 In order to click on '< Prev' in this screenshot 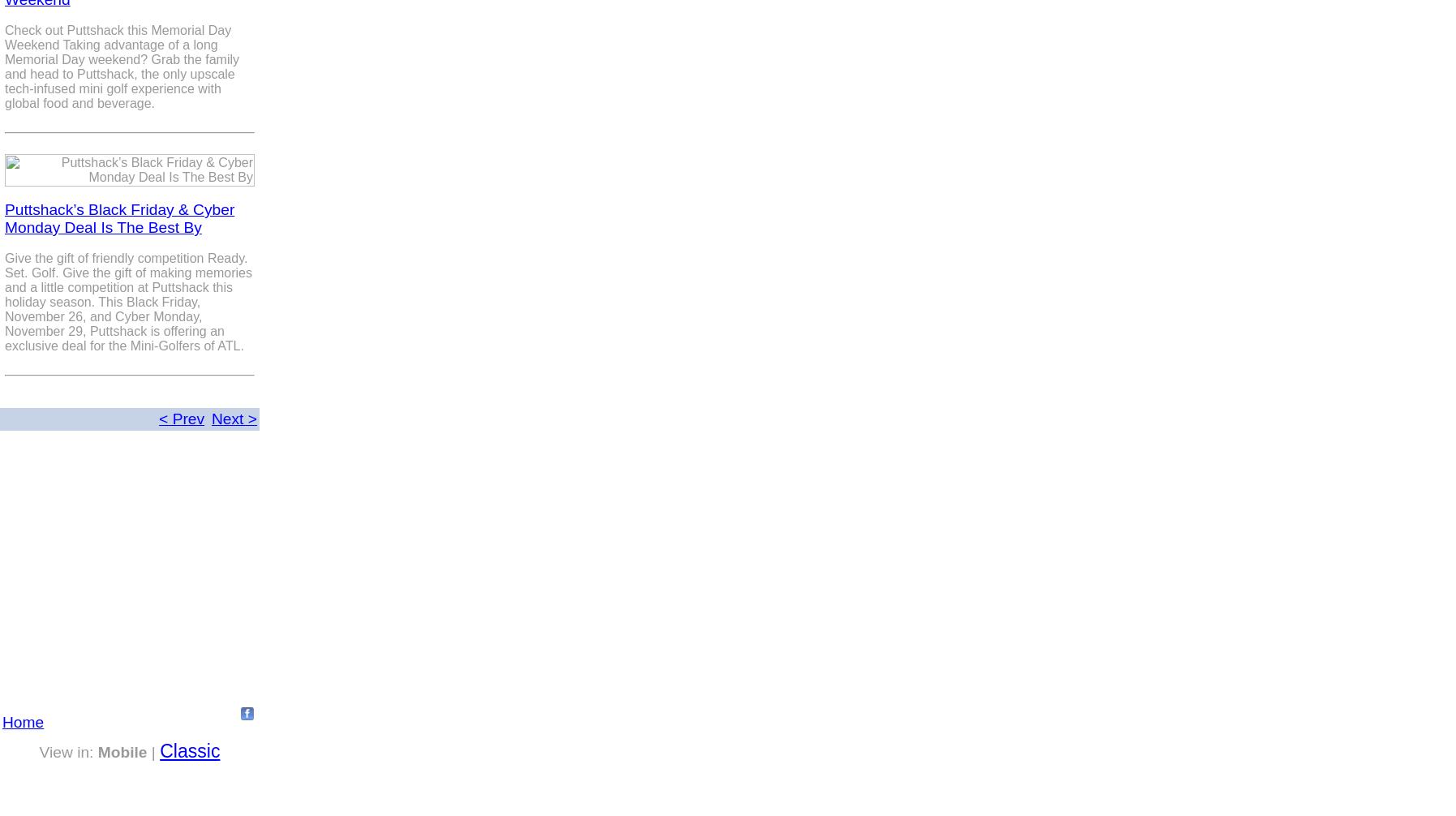, I will do `click(181, 419)`.